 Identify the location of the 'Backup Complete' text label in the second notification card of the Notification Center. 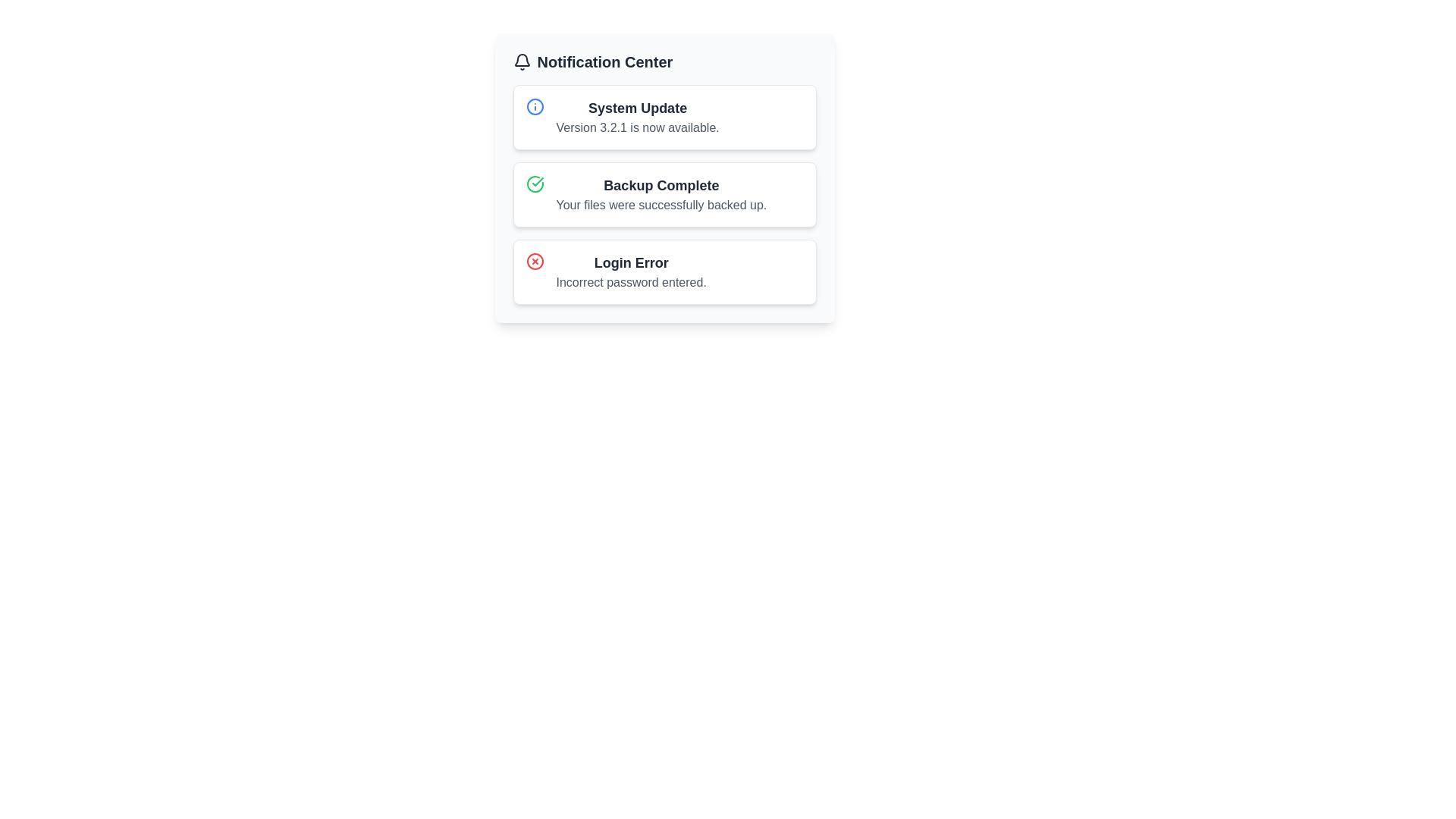
(661, 185).